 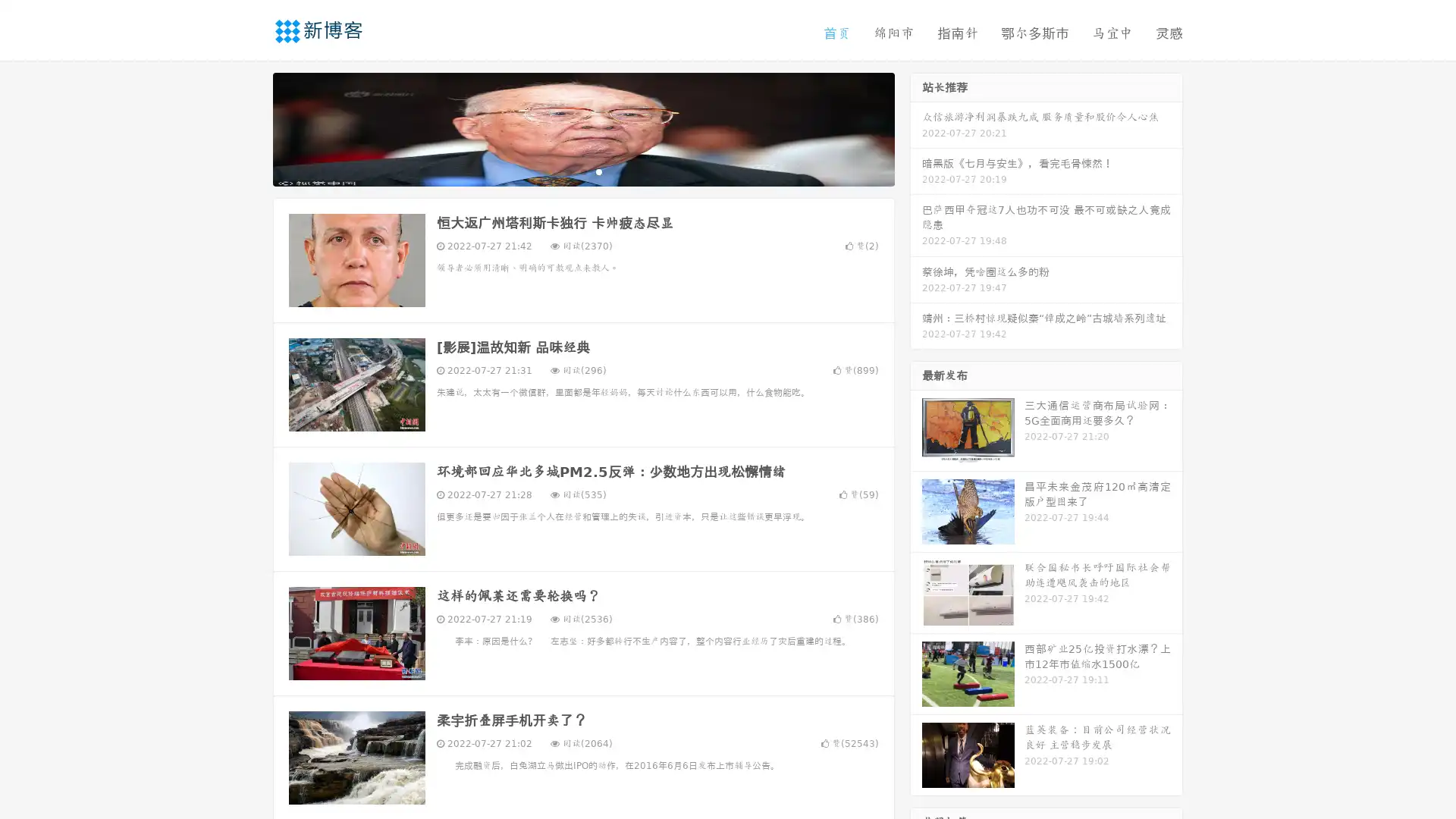 What do you see at coordinates (250, 127) in the screenshot?
I see `Previous slide` at bounding box center [250, 127].